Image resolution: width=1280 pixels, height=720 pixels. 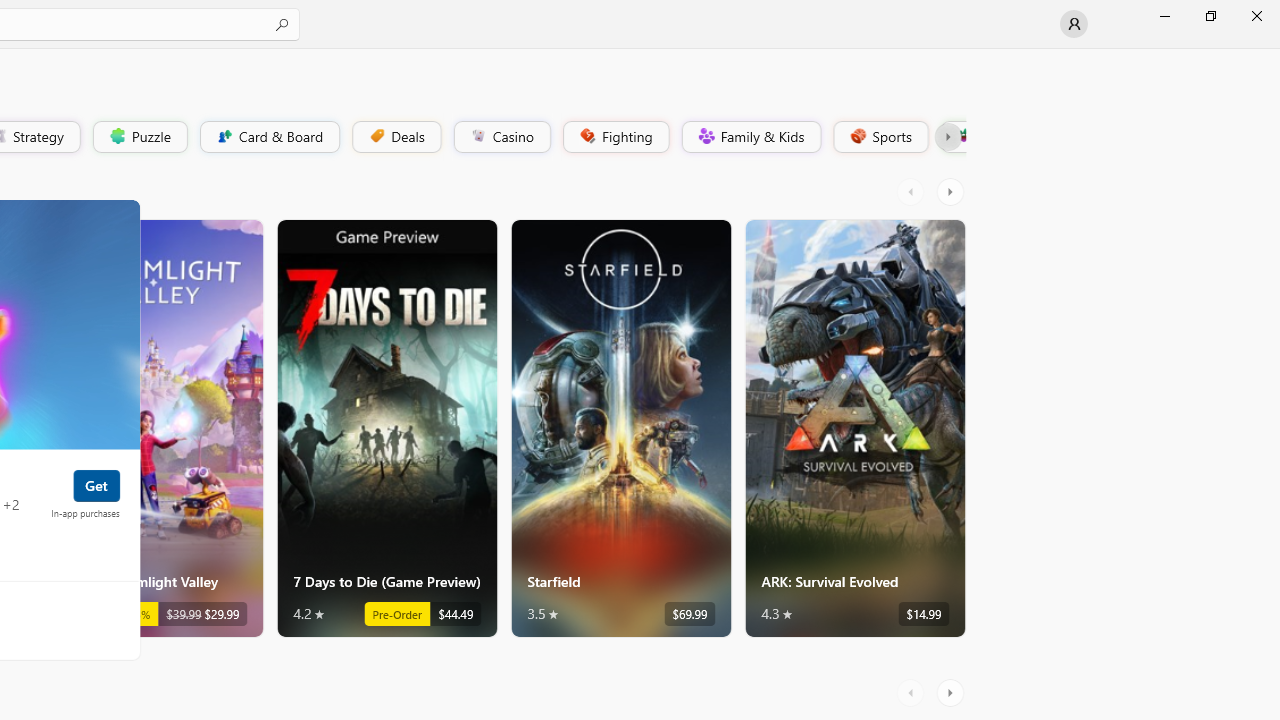 I want to click on 'Card & Board', so click(x=267, y=135).